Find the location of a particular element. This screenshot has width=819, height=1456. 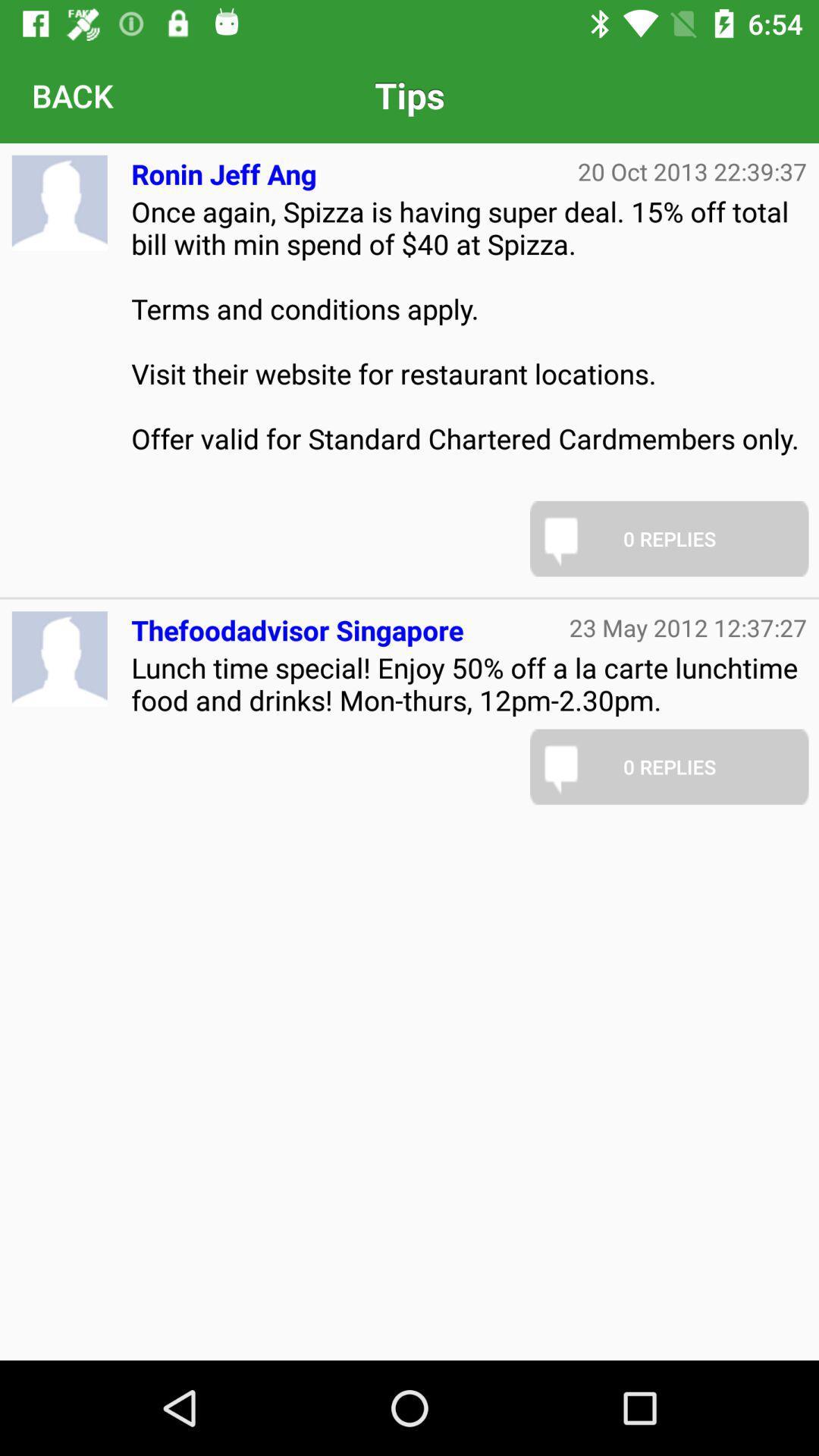

the icon above the 0 replies icon is located at coordinates (688, 627).